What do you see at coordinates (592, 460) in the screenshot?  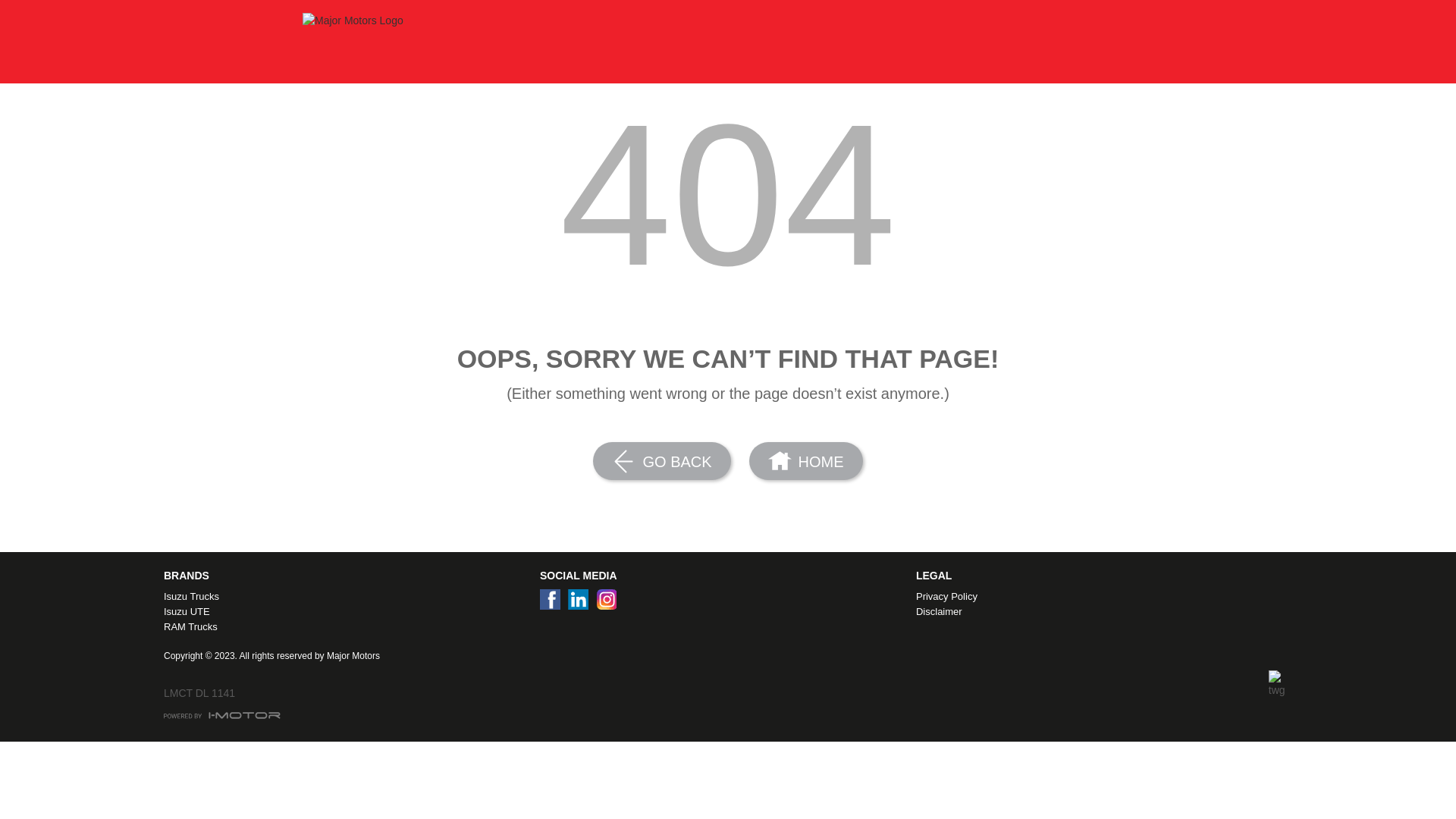 I see `'GO BACK'` at bounding box center [592, 460].